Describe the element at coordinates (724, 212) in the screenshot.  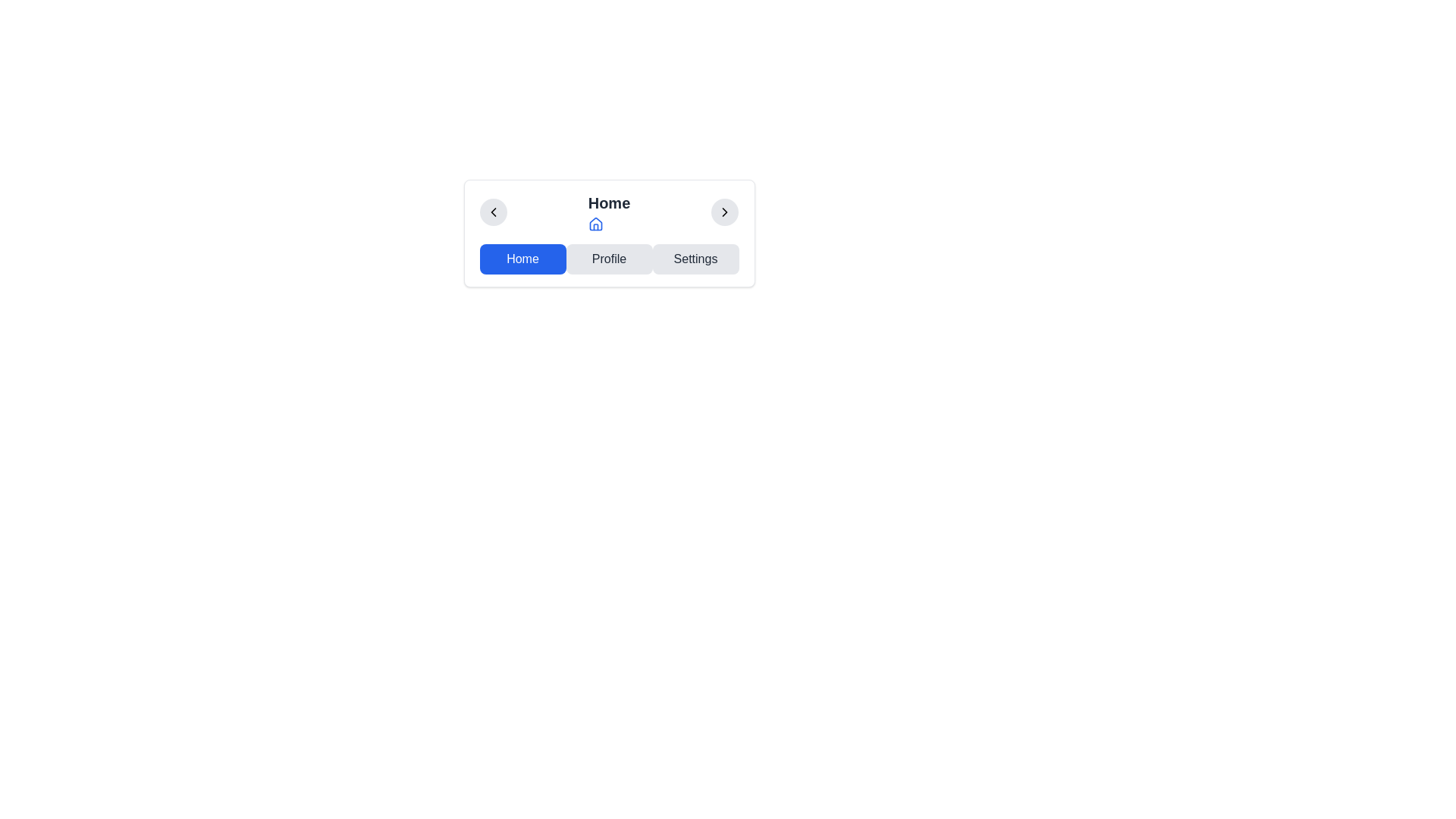
I see `the small right arrow icon located` at that location.